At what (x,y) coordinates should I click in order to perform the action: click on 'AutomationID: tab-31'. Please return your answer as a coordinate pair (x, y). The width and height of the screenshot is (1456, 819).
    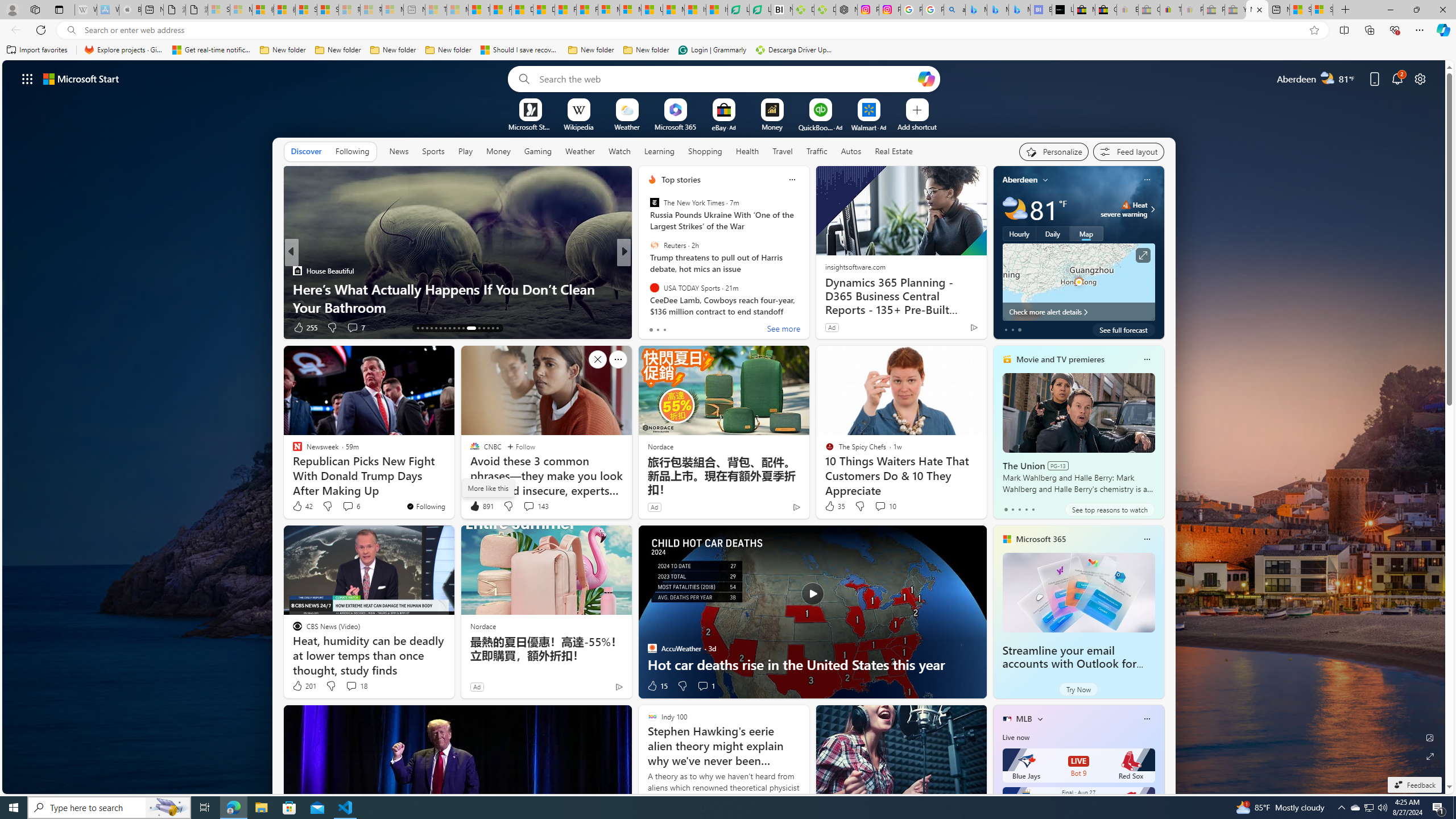
    Looking at the image, I should click on (487, 328).